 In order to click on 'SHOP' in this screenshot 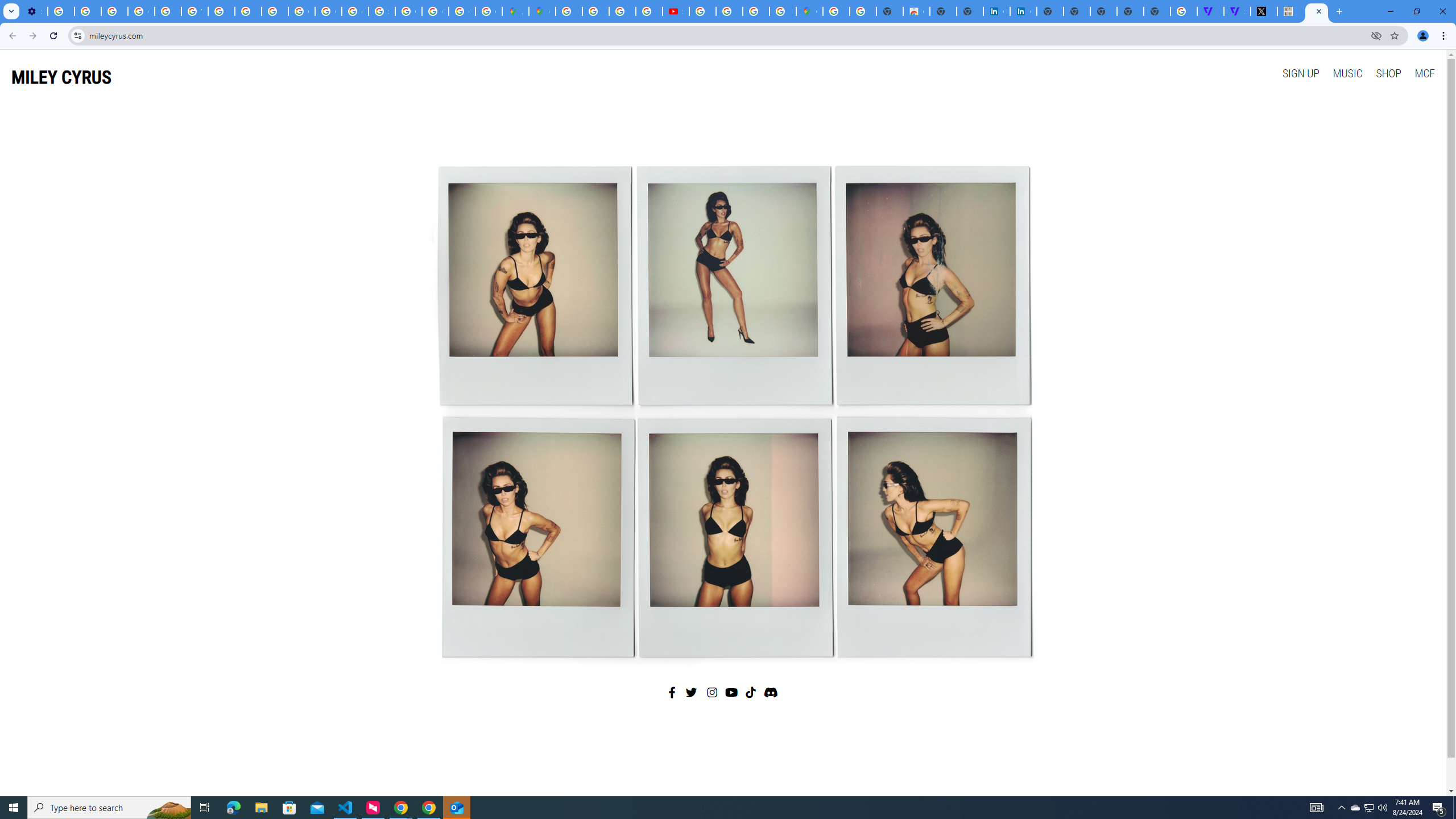, I will do `click(1387, 72)`.